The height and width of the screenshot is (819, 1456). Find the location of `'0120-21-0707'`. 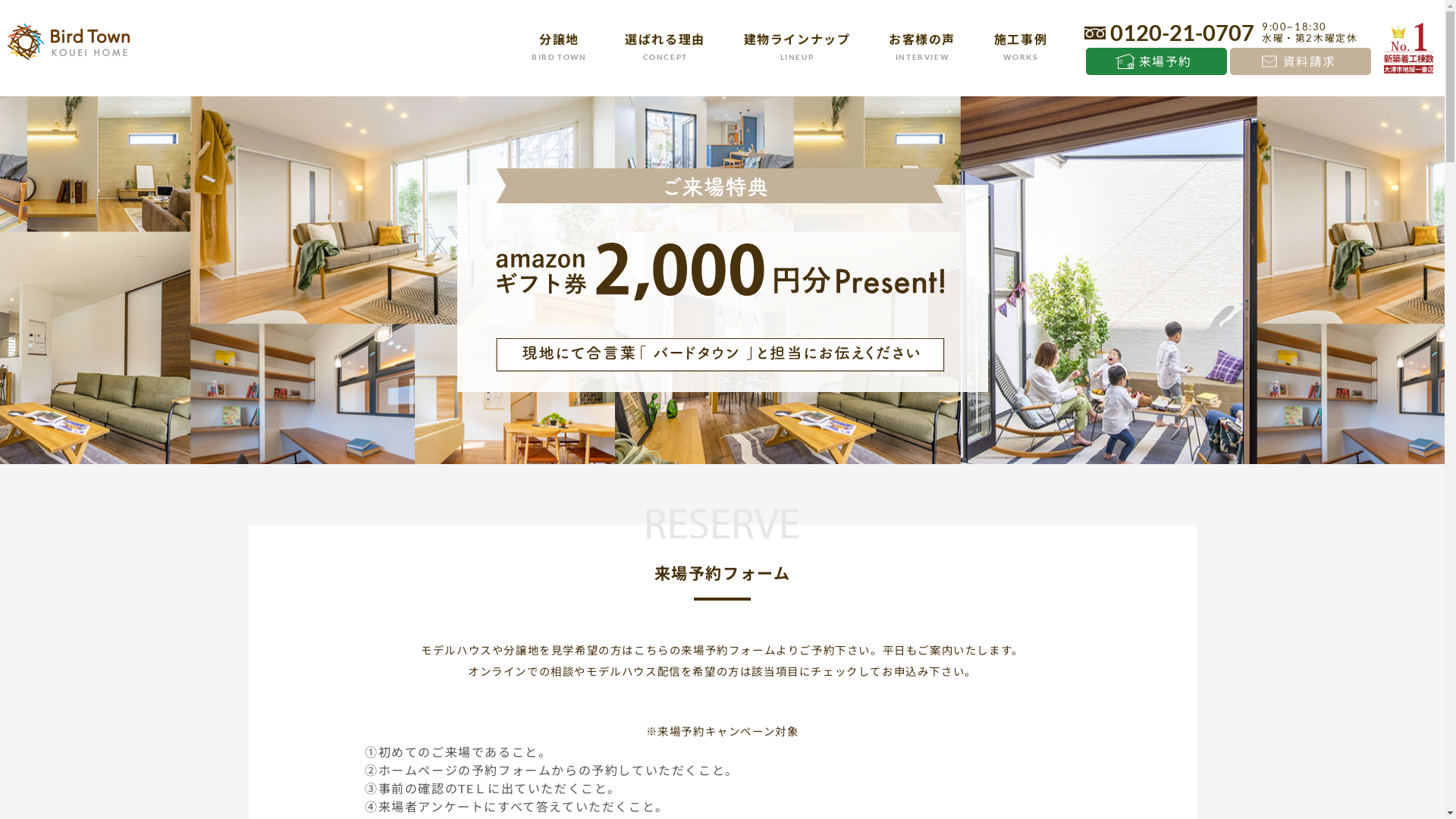

'0120-21-0707' is located at coordinates (1168, 32).